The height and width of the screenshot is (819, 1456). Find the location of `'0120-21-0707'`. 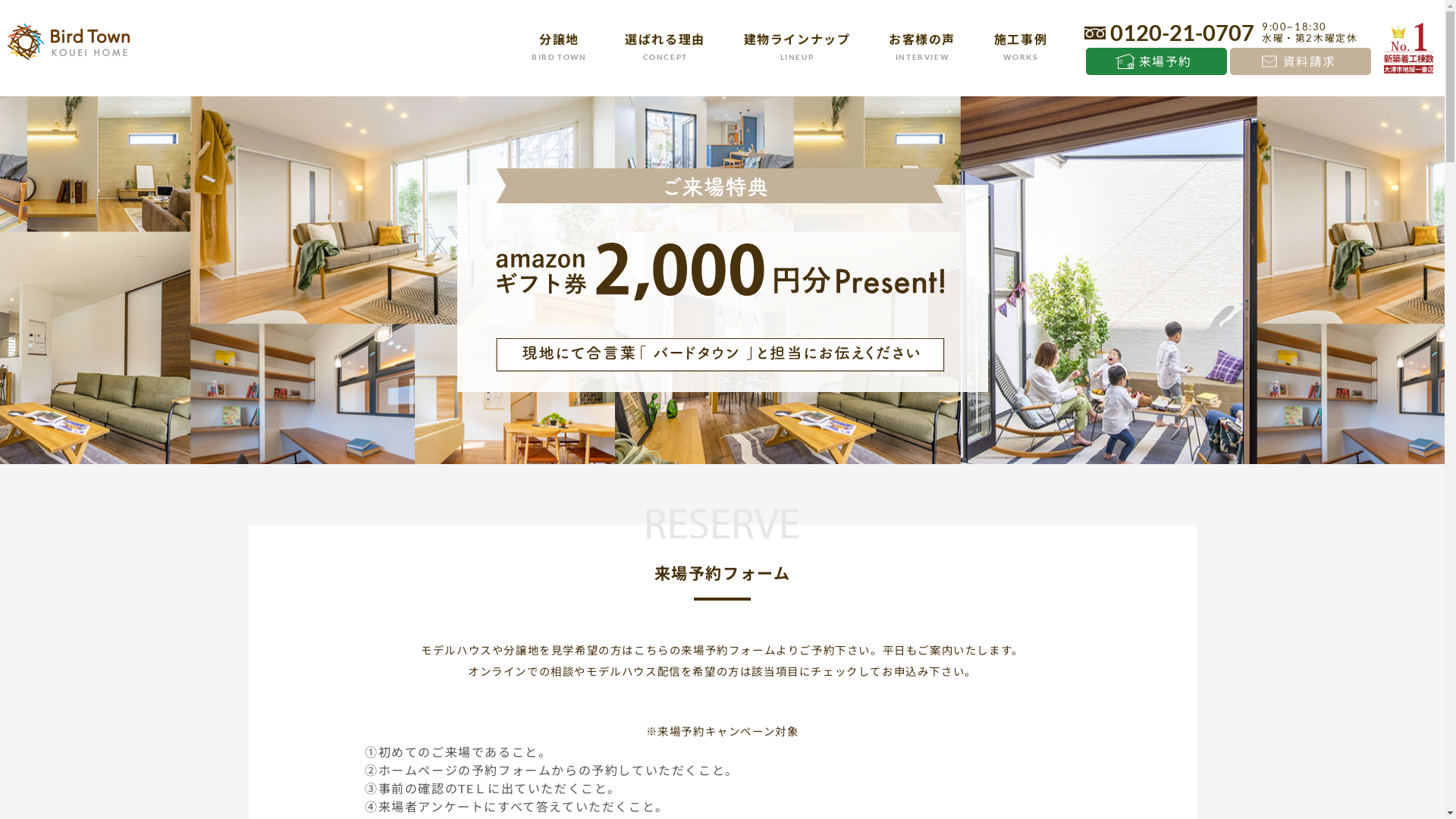

'0120-21-0707' is located at coordinates (1168, 32).